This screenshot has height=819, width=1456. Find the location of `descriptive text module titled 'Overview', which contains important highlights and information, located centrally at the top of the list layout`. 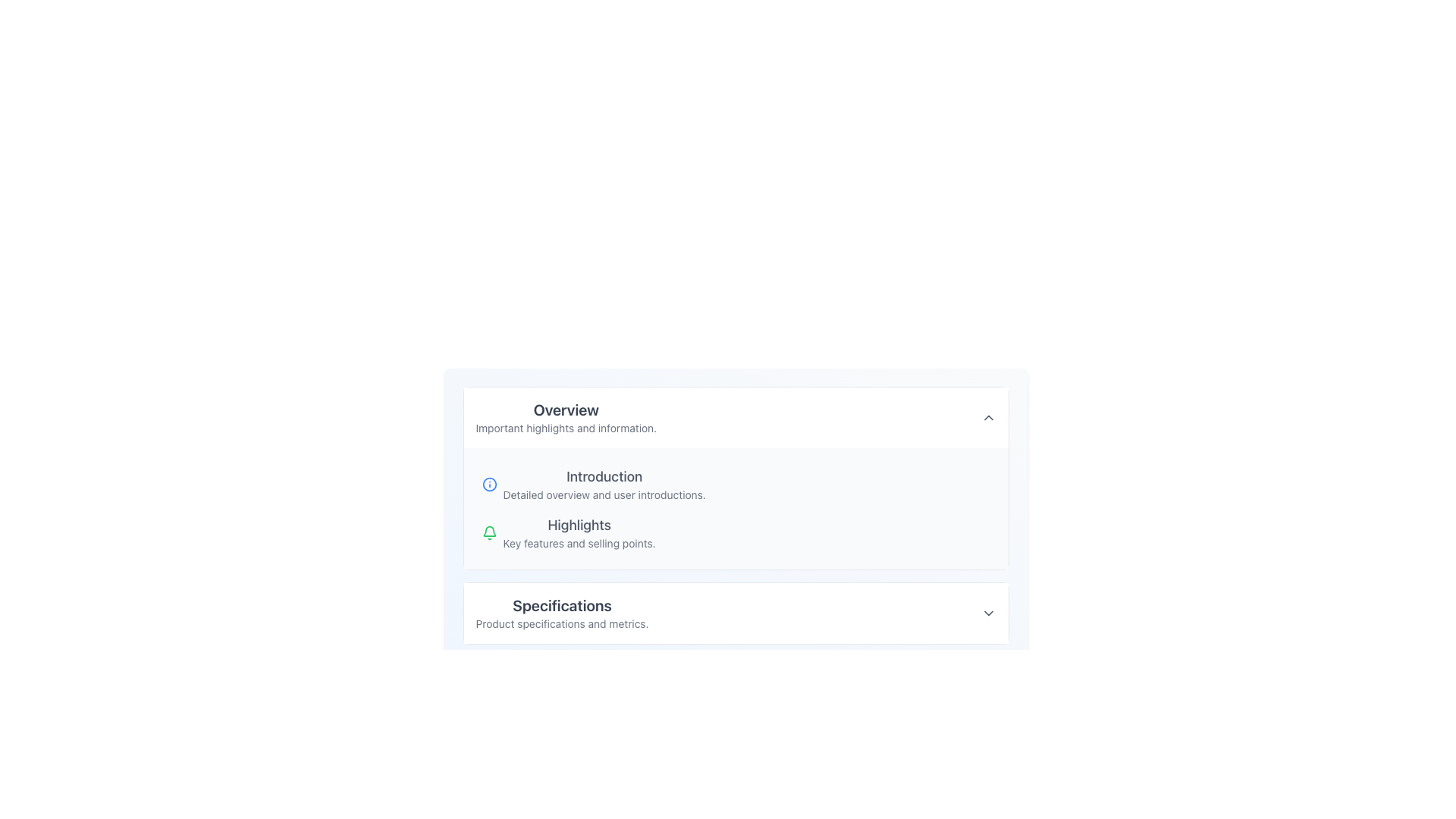

descriptive text module titled 'Overview', which contains important highlights and information, located centrally at the top of the list layout is located at coordinates (565, 418).